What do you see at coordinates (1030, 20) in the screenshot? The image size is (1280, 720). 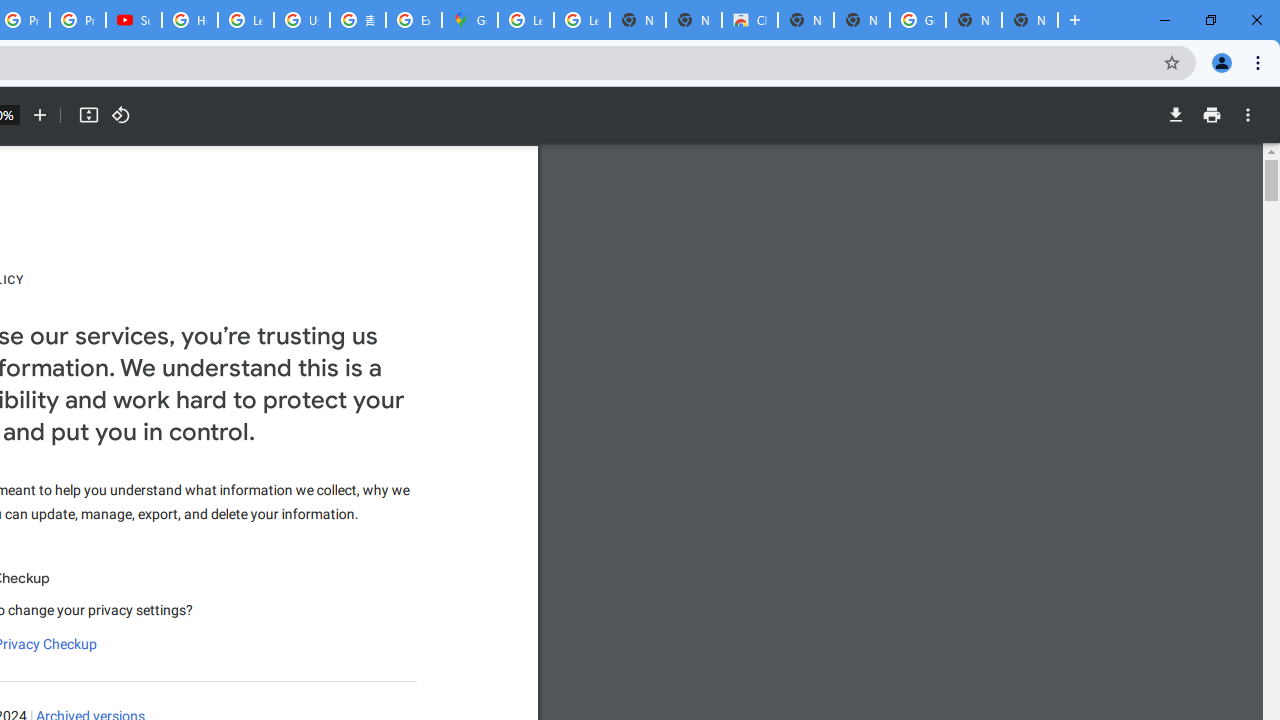 I see `'New Tab'` at bounding box center [1030, 20].